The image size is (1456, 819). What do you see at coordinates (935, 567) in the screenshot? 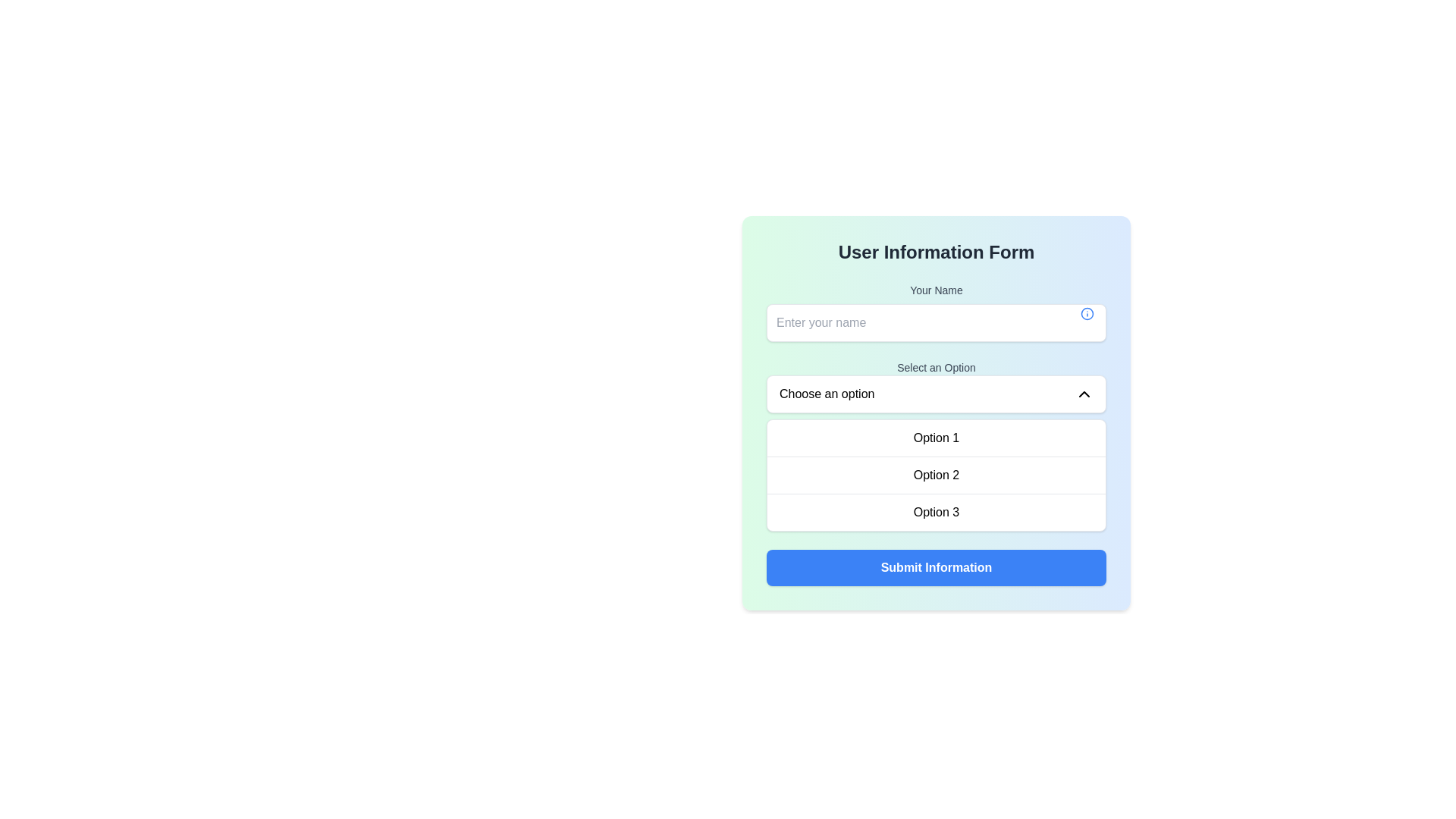
I see `the rectangular button with a blue background and bold white text reading 'Submit Information'` at bounding box center [935, 567].